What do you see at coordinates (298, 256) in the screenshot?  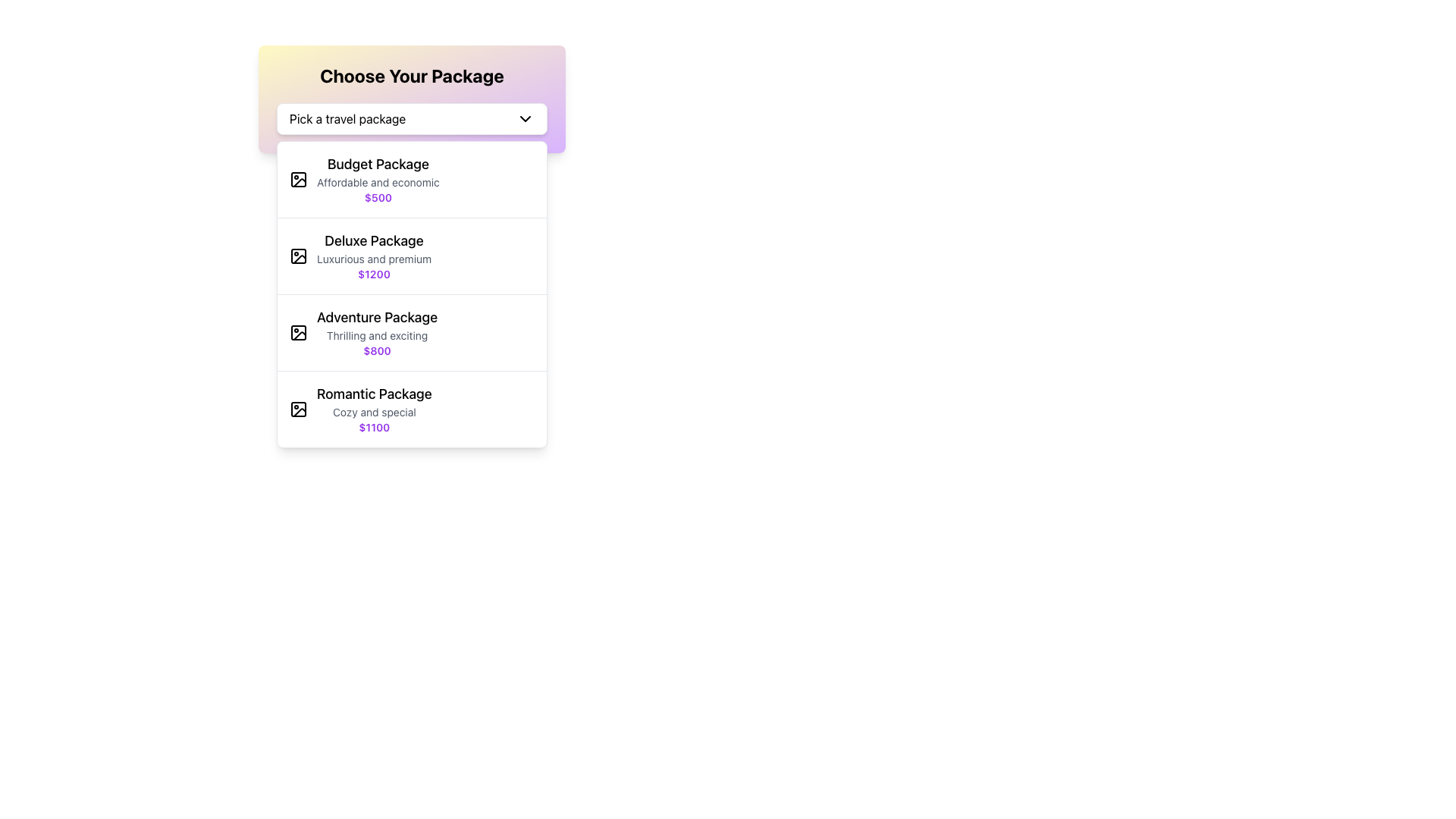 I see `the landscape photograph icon located next to the text content of the 'Deluxe Package' entry in the card layout` at bounding box center [298, 256].